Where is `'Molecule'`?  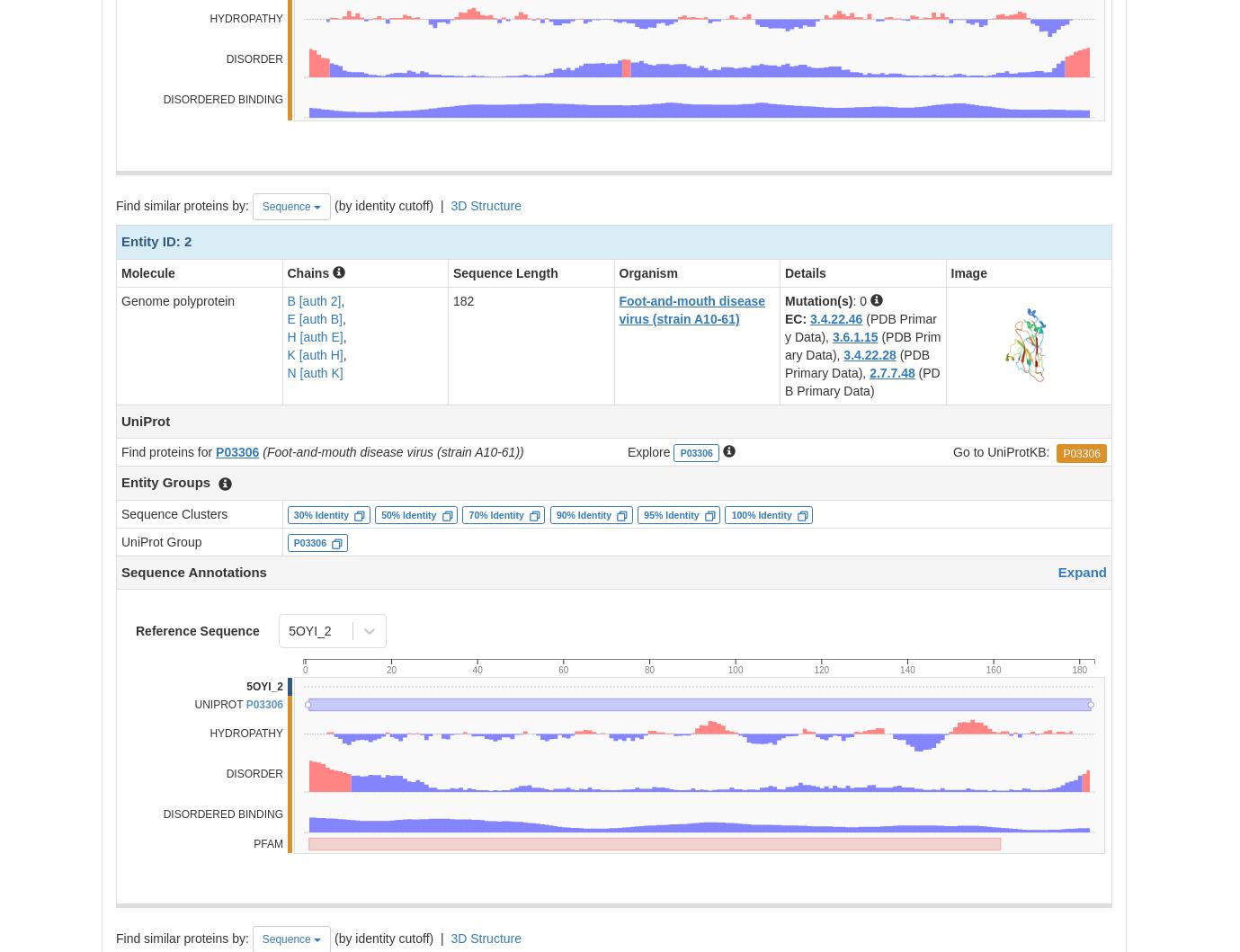
'Molecule' is located at coordinates (121, 271).